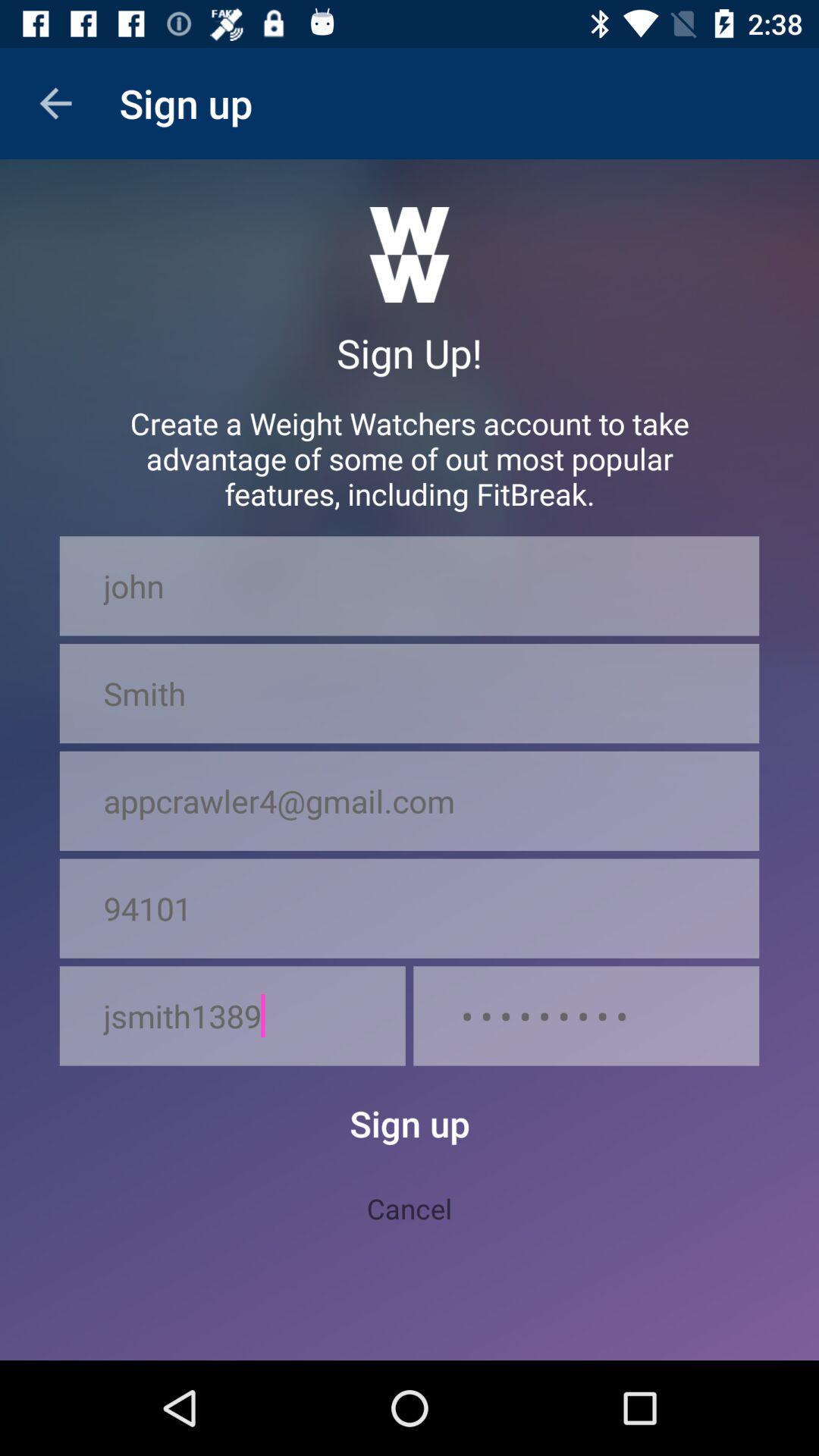  Describe the element at coordinates (585, 1015) in the screenshot. I see `the crowd3116 item` at that location.